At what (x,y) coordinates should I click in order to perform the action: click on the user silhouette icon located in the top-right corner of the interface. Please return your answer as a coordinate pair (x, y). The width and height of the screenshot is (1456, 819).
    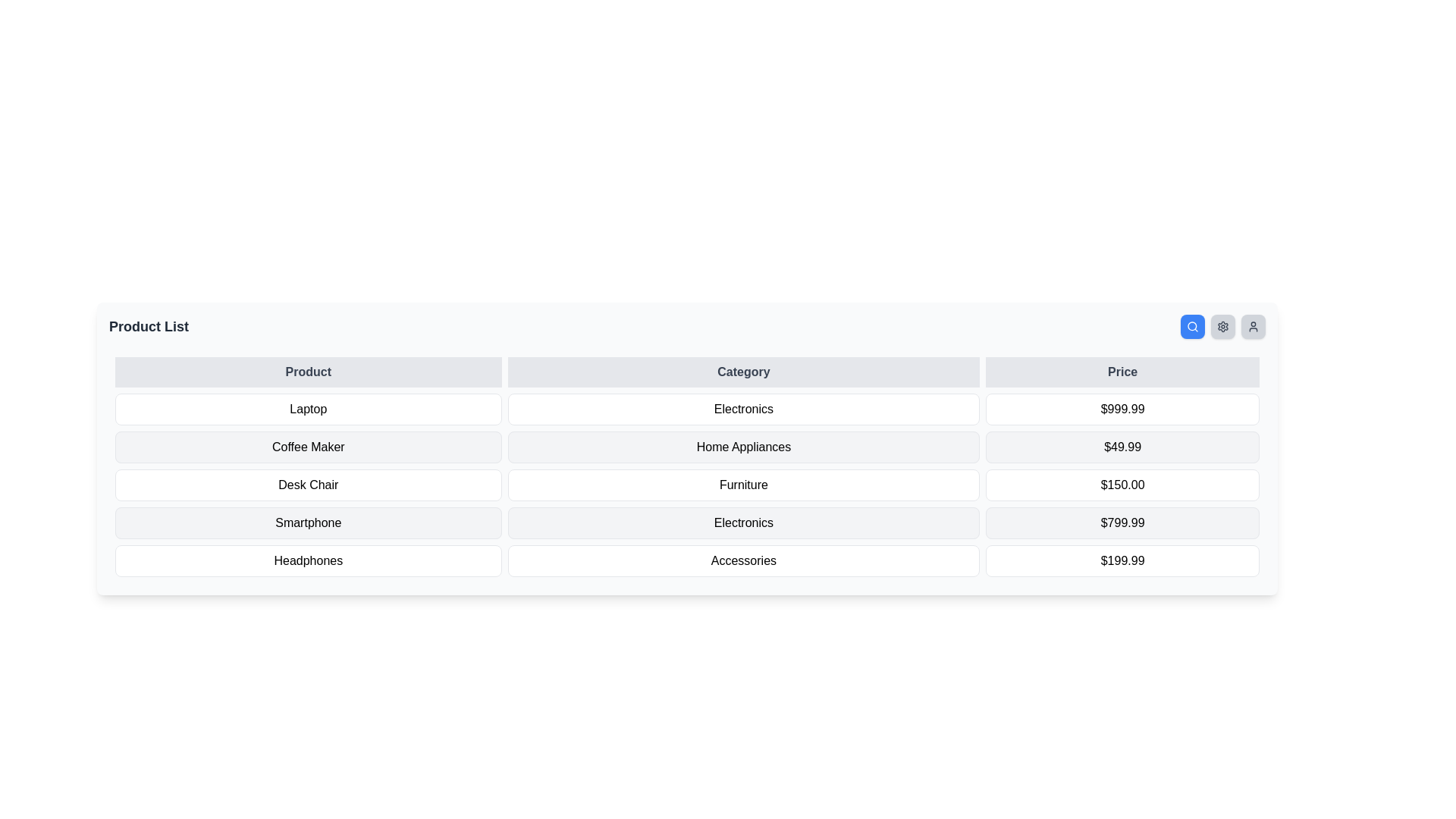
    Looking at the image, I should click on (1253, 326).